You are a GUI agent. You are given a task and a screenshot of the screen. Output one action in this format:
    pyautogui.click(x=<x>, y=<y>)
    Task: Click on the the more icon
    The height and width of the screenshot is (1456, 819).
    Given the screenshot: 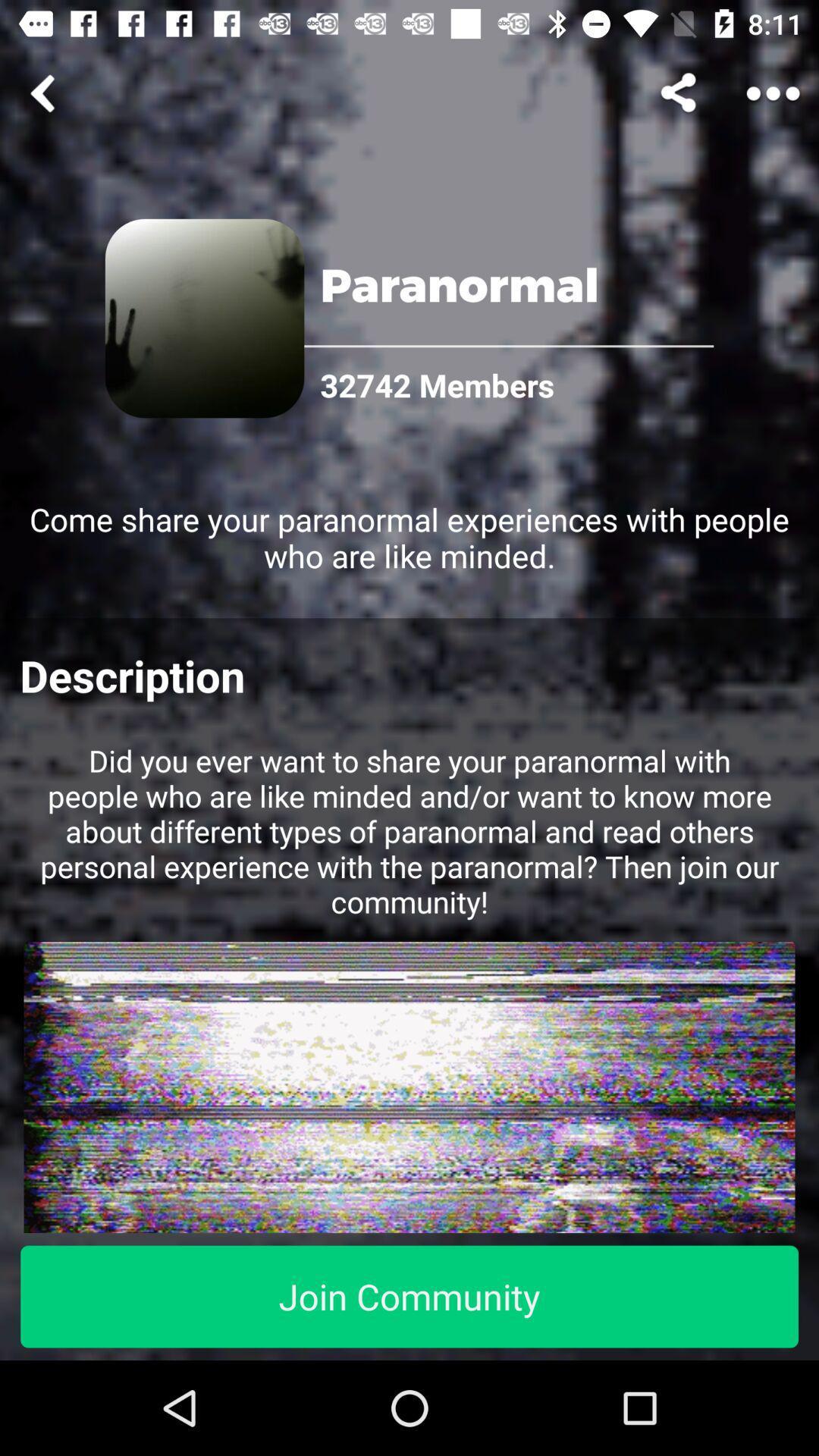 What is the action you would take?
    pyautogui.click(x=773, y=93)
    